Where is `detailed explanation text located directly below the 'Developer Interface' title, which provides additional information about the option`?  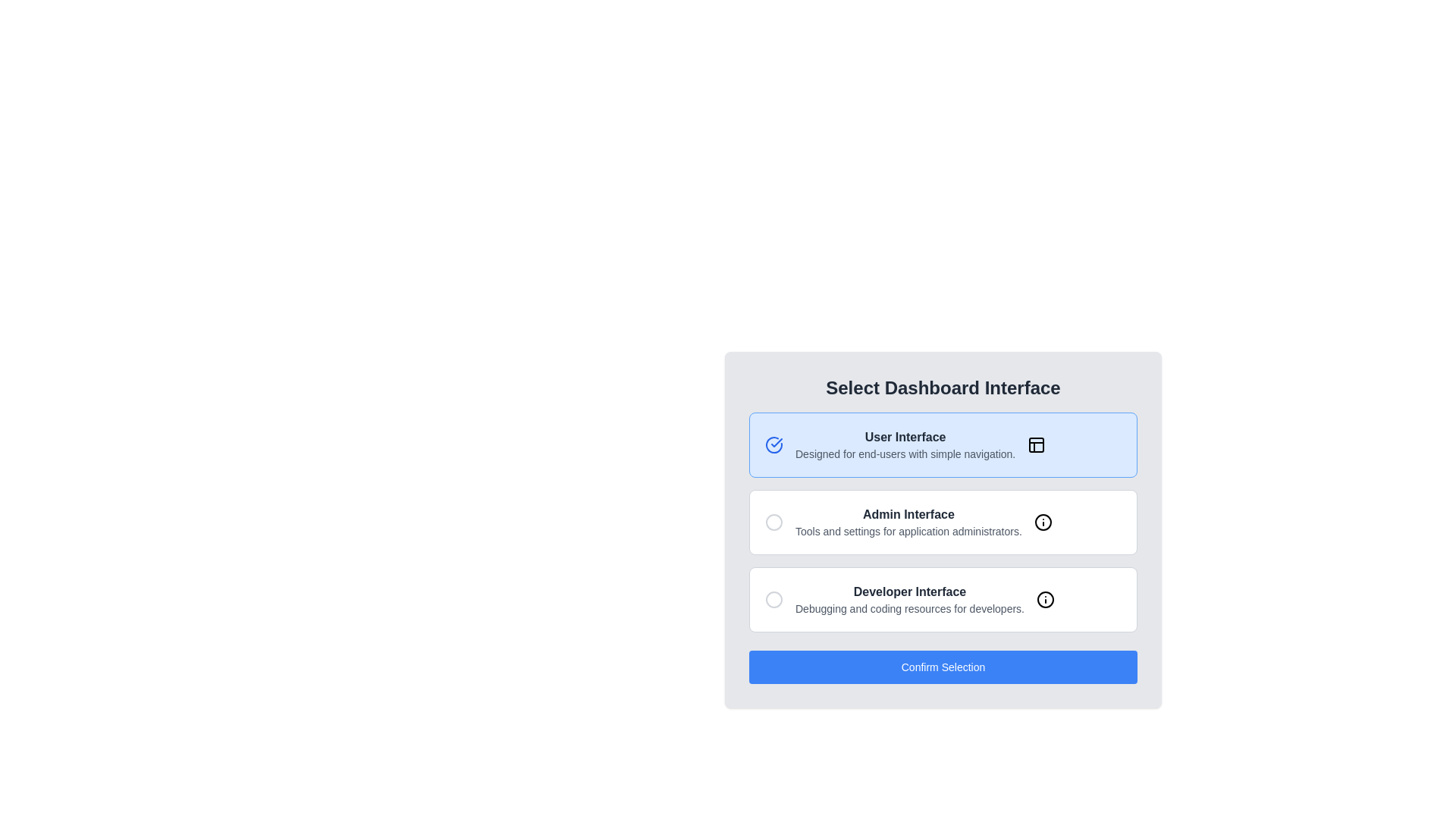
detailed explanation text located directly below the 'Developer Interface' title, which provides additional information about the option is located at coordinates (910, 607).